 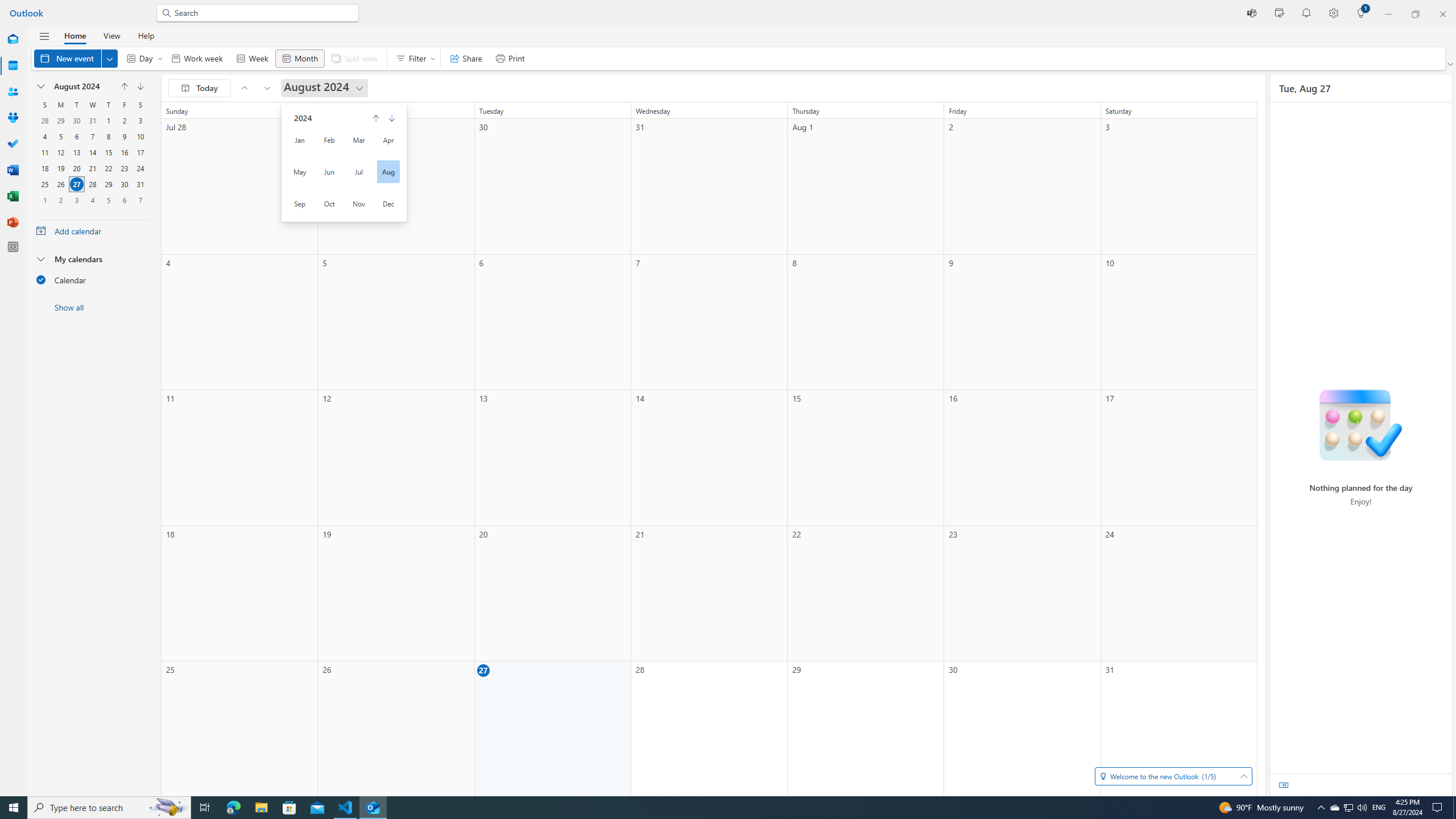 I want to click on '3, August, 2024', so click(x=140, y=120).